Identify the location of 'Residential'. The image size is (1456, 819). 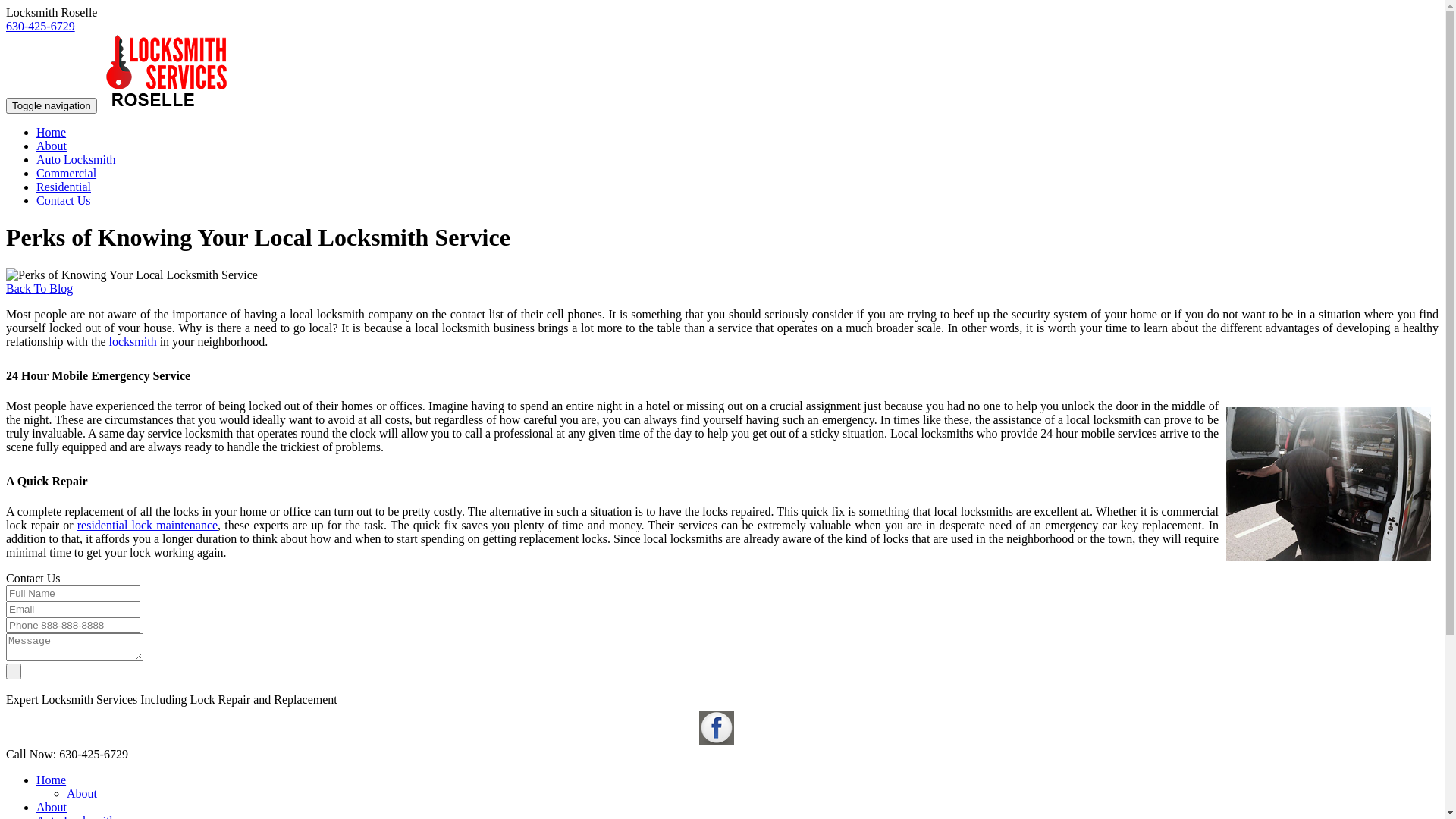
(62, 186).